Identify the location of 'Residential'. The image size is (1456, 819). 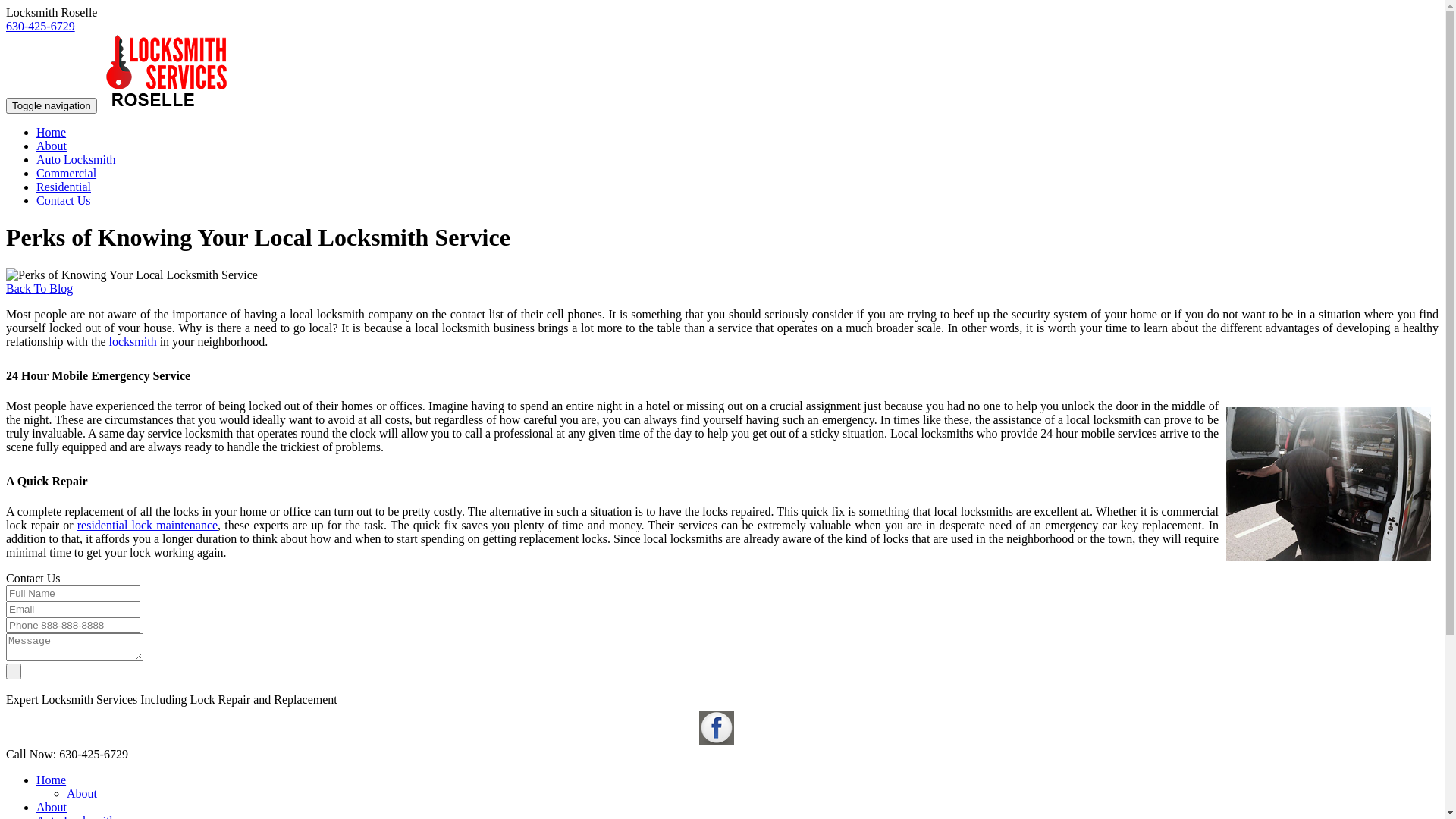
(62, 186).